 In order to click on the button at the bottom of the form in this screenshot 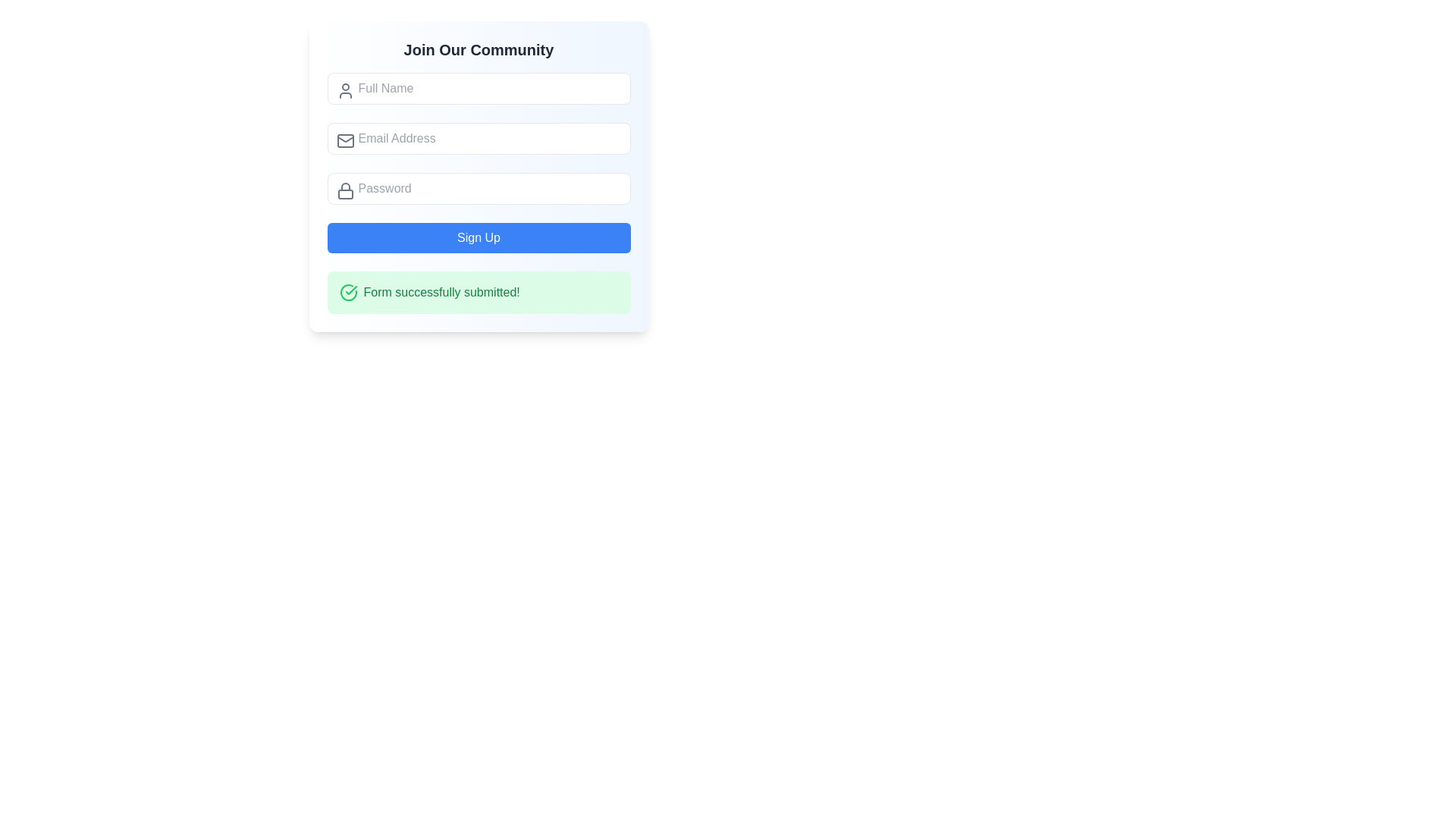, I will do `click(478, 237)`.